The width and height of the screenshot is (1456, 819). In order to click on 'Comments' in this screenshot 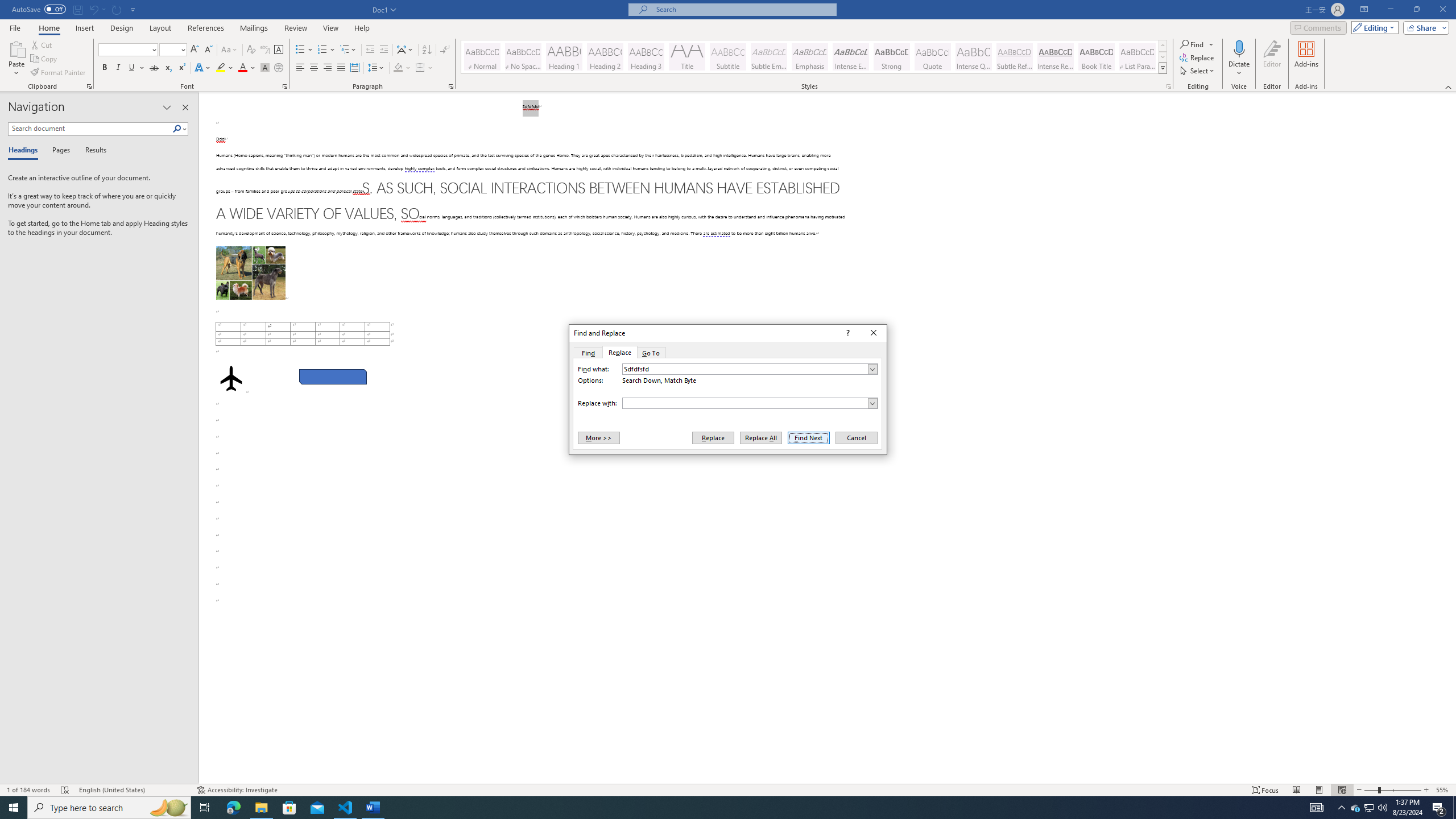, I will do `click(1318, 27)`.